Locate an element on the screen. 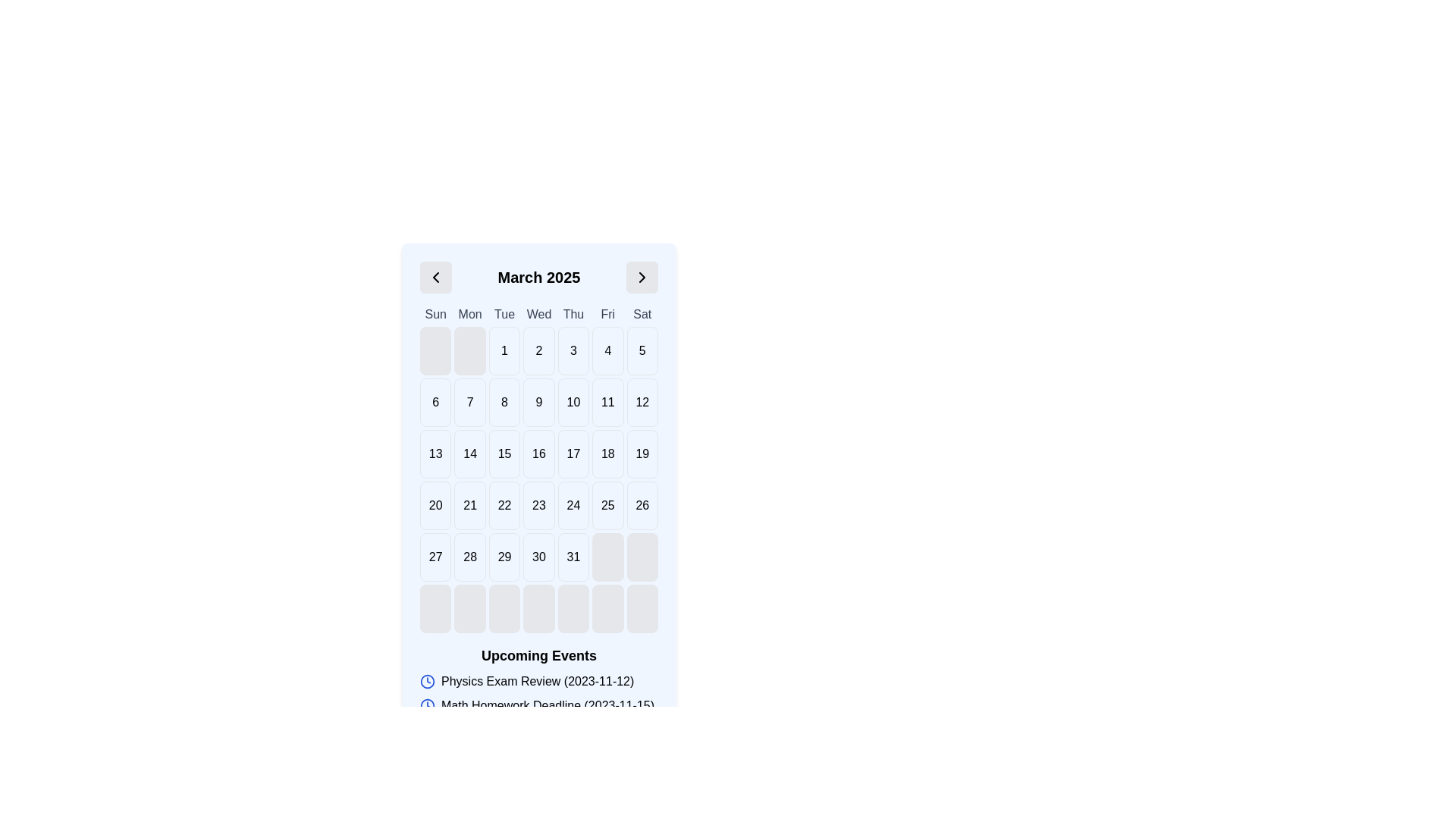  the non-interactive placeholder cell for the date '30' in the calendar, located in the fourth cell of the last row beneath the 'Thu' column is located at coordinates (504, 607).